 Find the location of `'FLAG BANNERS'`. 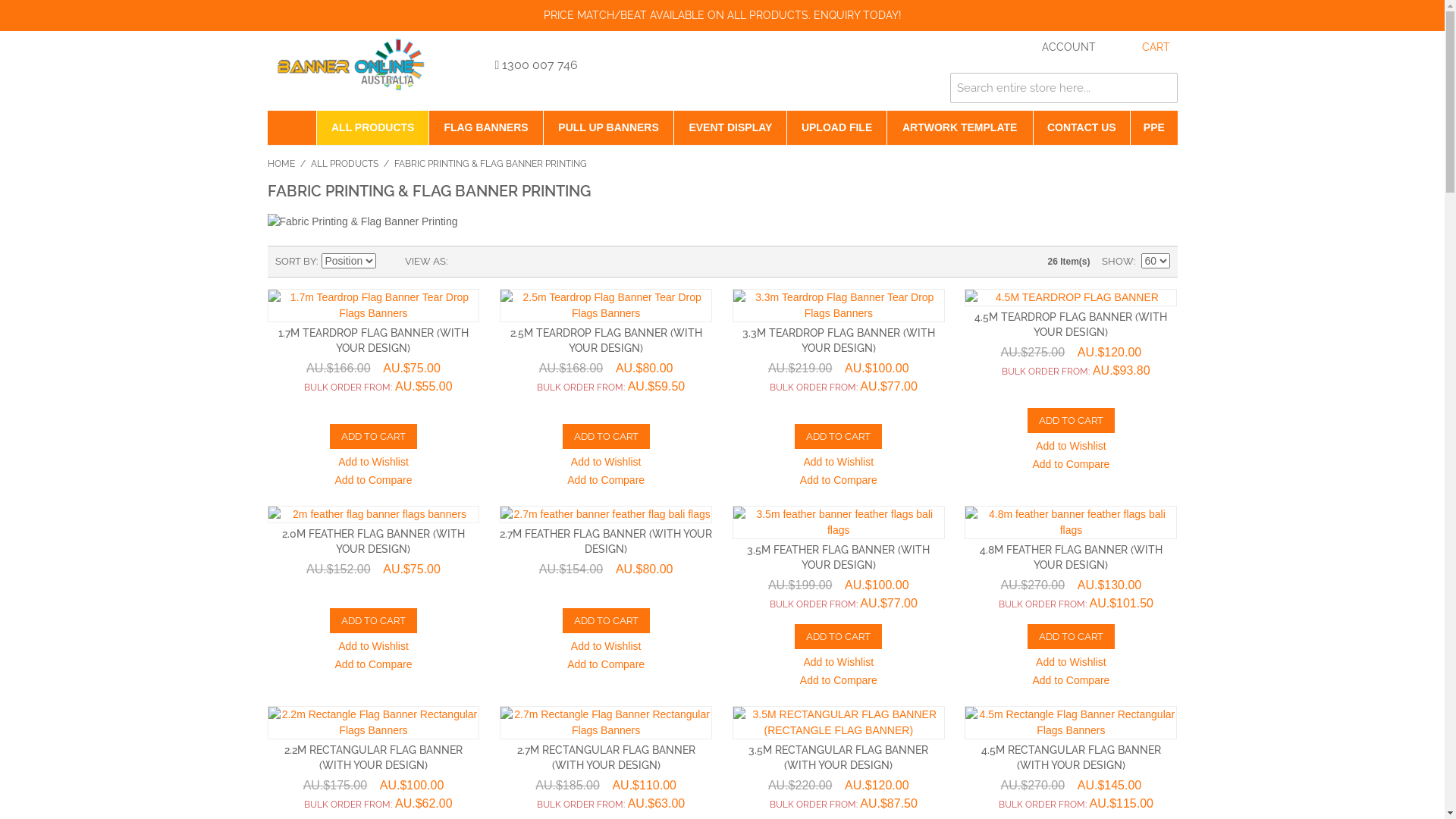

'FLAG BANNERS' is located at coordinates (485, 127).